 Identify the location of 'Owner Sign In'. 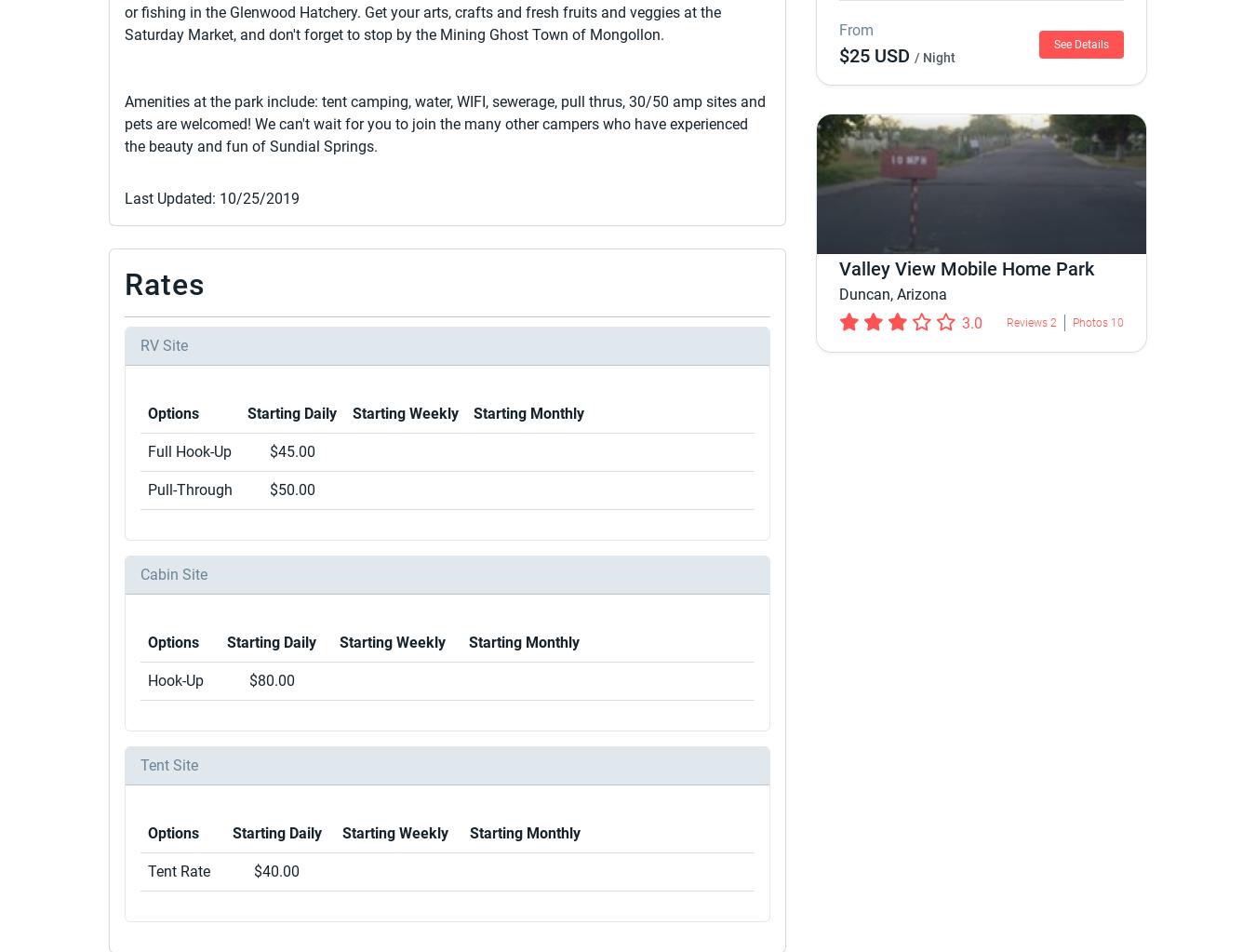
(790, 695).